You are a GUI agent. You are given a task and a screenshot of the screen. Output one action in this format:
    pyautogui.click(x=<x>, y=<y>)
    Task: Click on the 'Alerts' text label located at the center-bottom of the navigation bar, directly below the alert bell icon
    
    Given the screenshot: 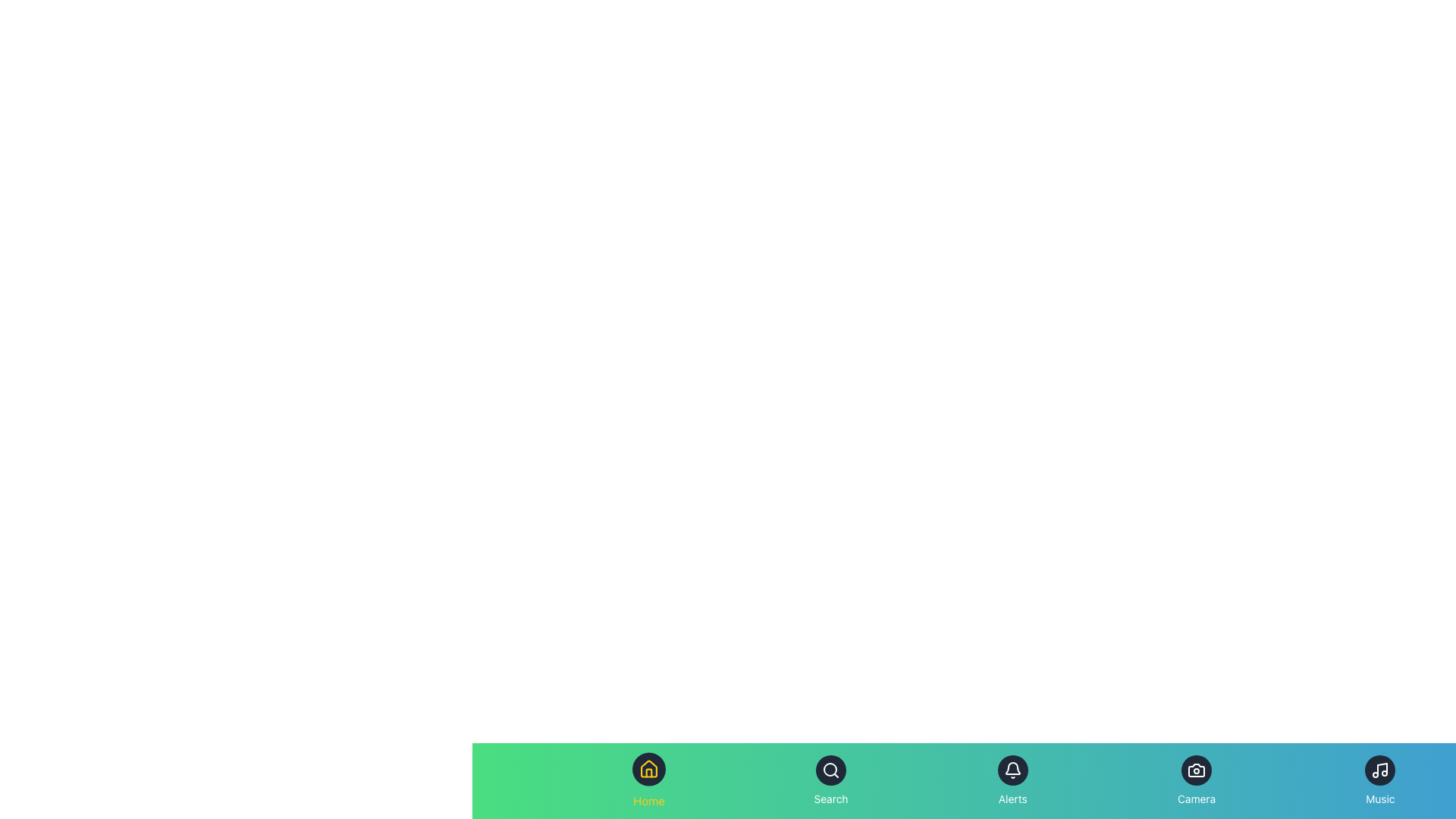 What is the action you would take?
    pyautogui.click(x=1012, y=798)
    